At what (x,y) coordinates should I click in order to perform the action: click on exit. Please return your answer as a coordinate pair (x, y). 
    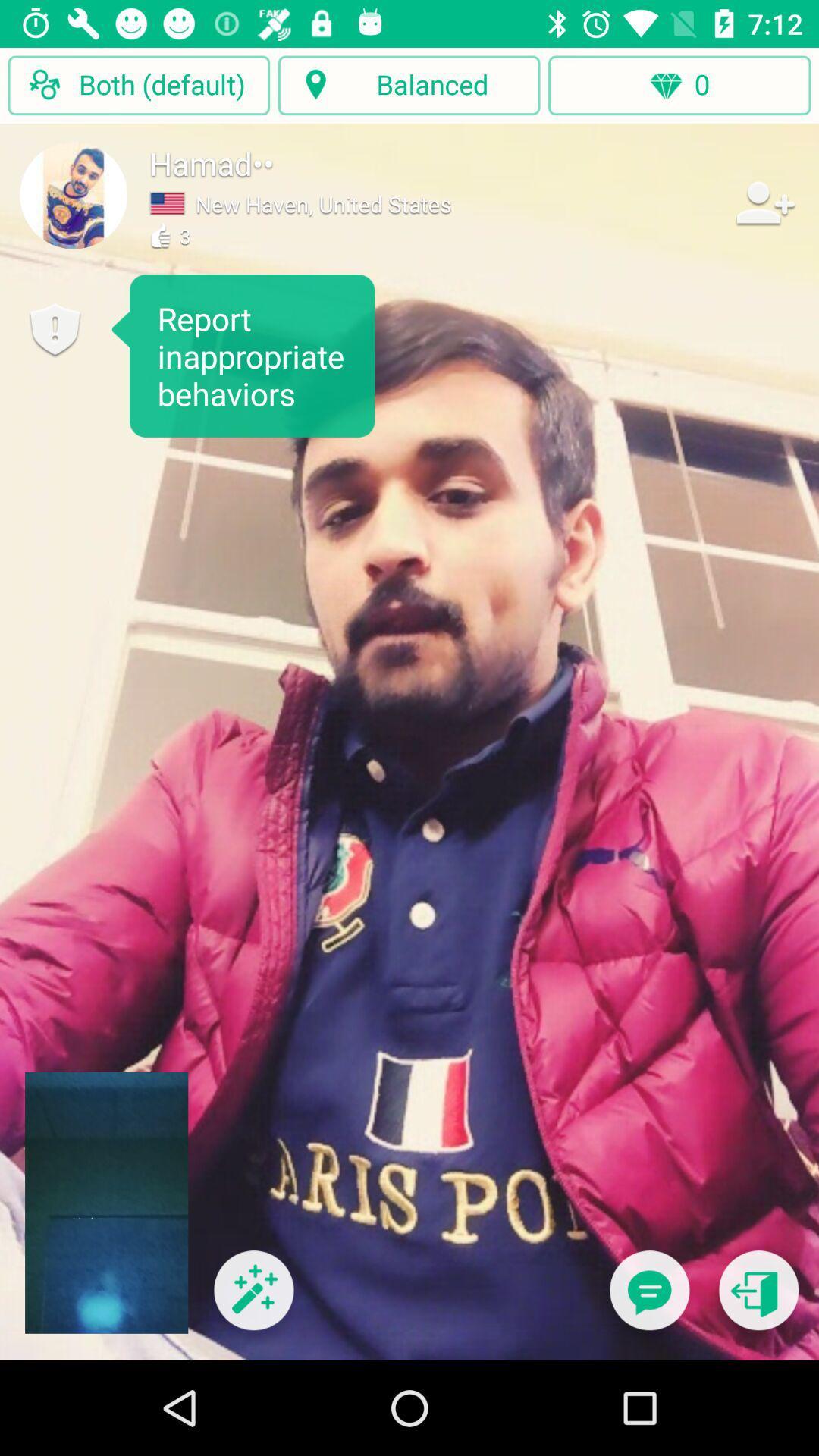
    Looking at the image, I should click on (758, 1299).